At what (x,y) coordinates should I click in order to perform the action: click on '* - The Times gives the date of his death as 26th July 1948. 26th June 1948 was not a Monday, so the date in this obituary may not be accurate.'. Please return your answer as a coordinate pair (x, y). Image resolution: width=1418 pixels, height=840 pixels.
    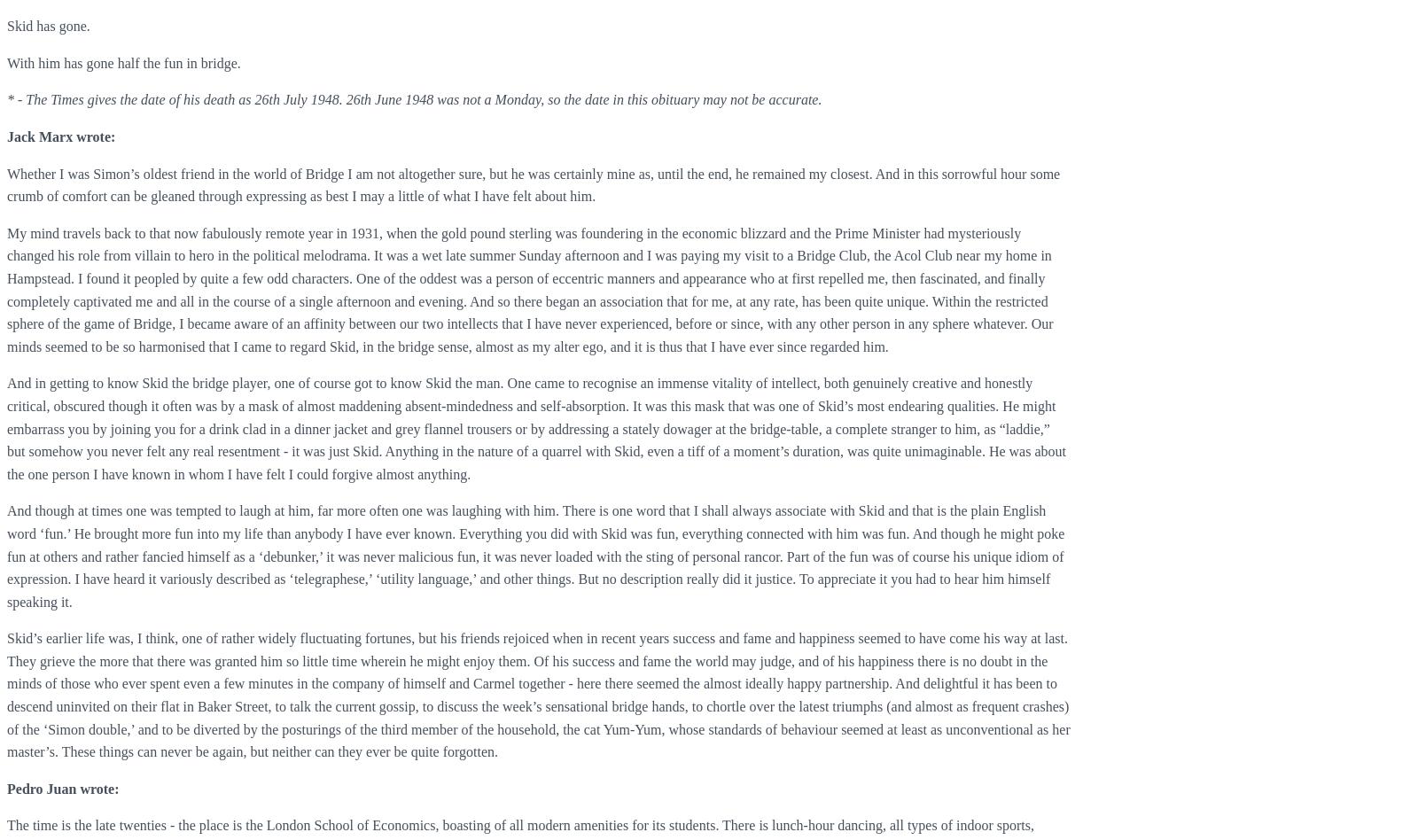
    Looking at the image, I should click on (413, 99).